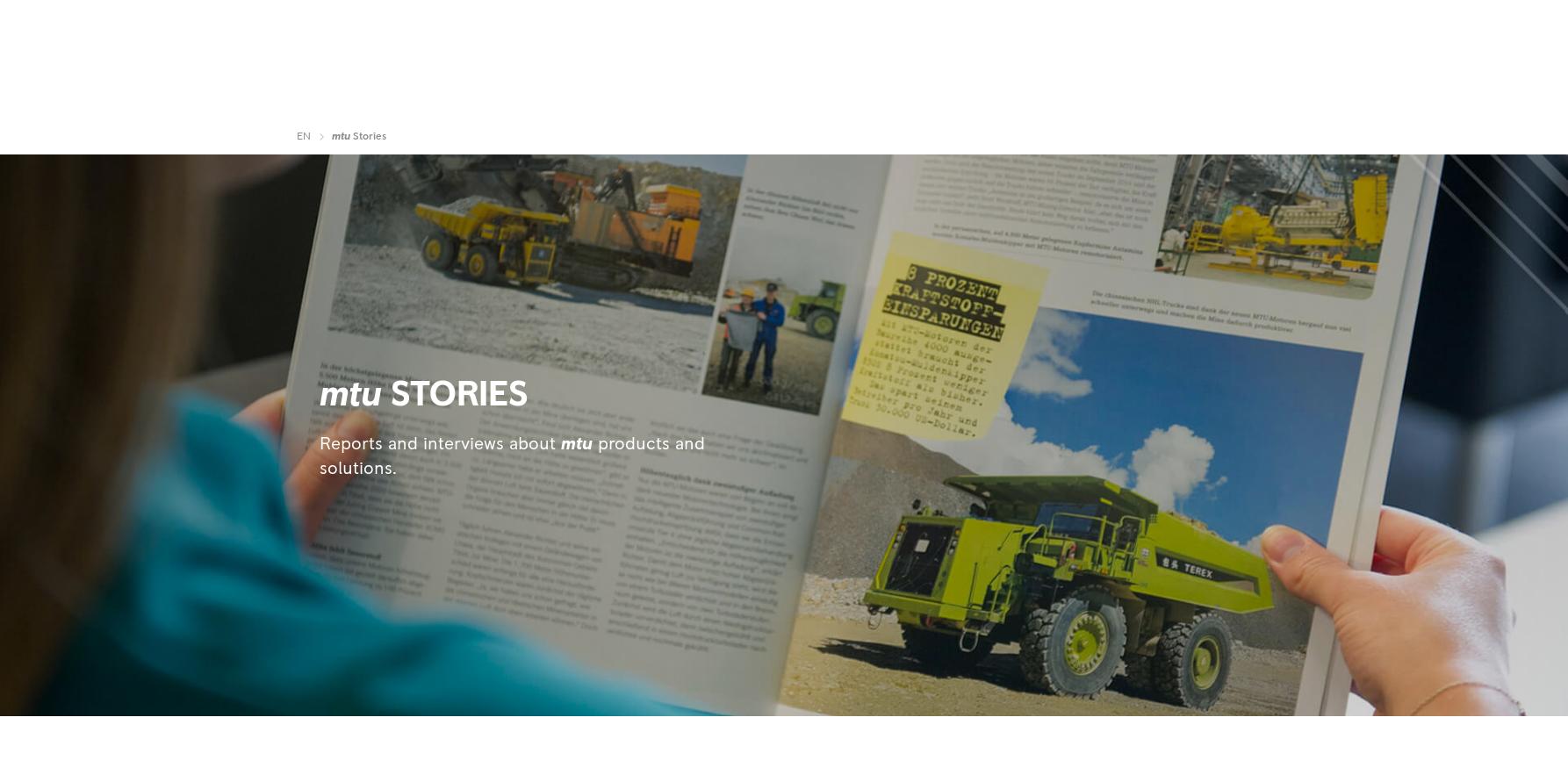 The height and width of the screenshot is (782, 1568). I want to click on 'Stories', so click(368, 136).